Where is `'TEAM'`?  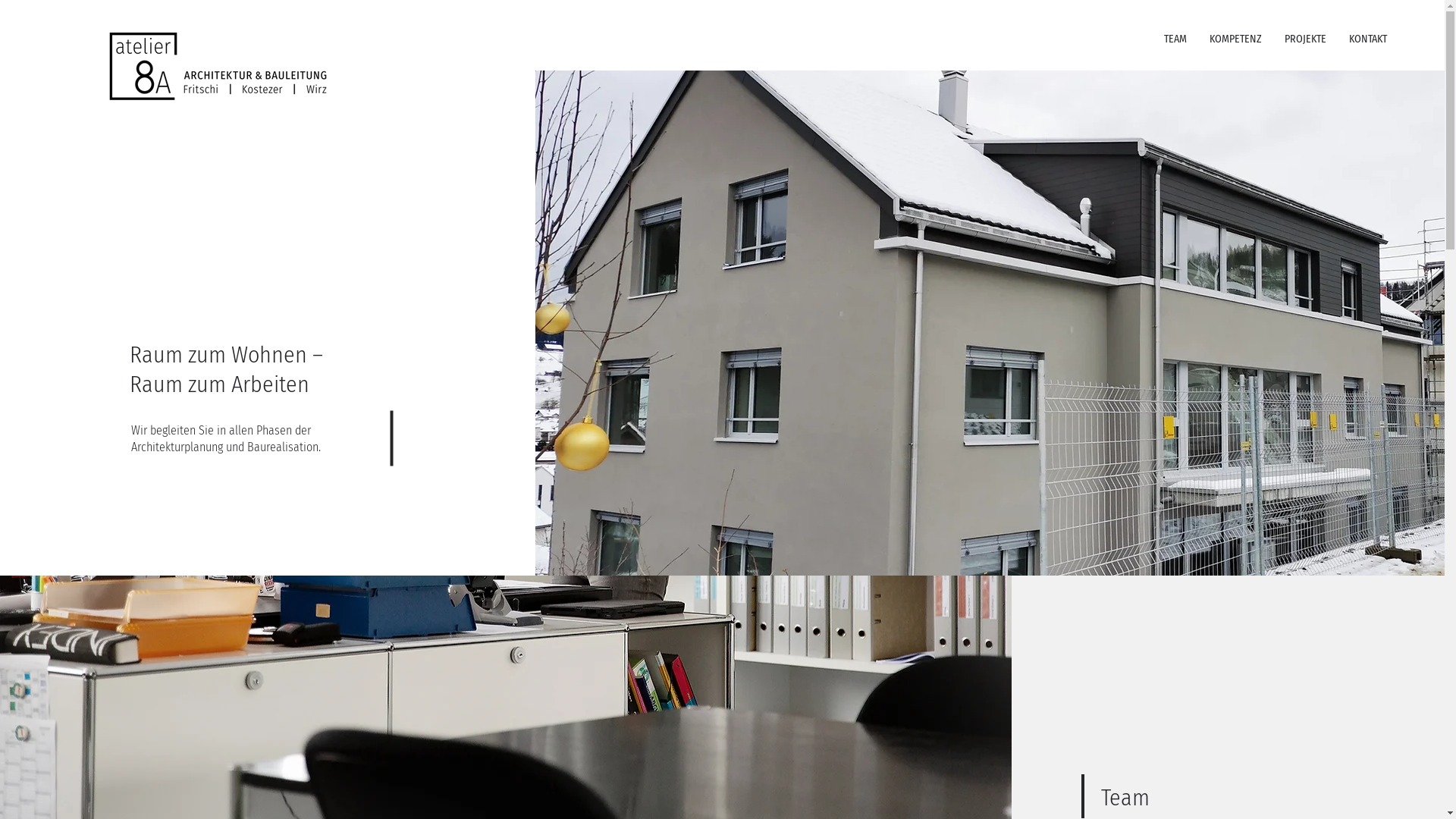 'TEAM' is located at coordinates (1175, 38).